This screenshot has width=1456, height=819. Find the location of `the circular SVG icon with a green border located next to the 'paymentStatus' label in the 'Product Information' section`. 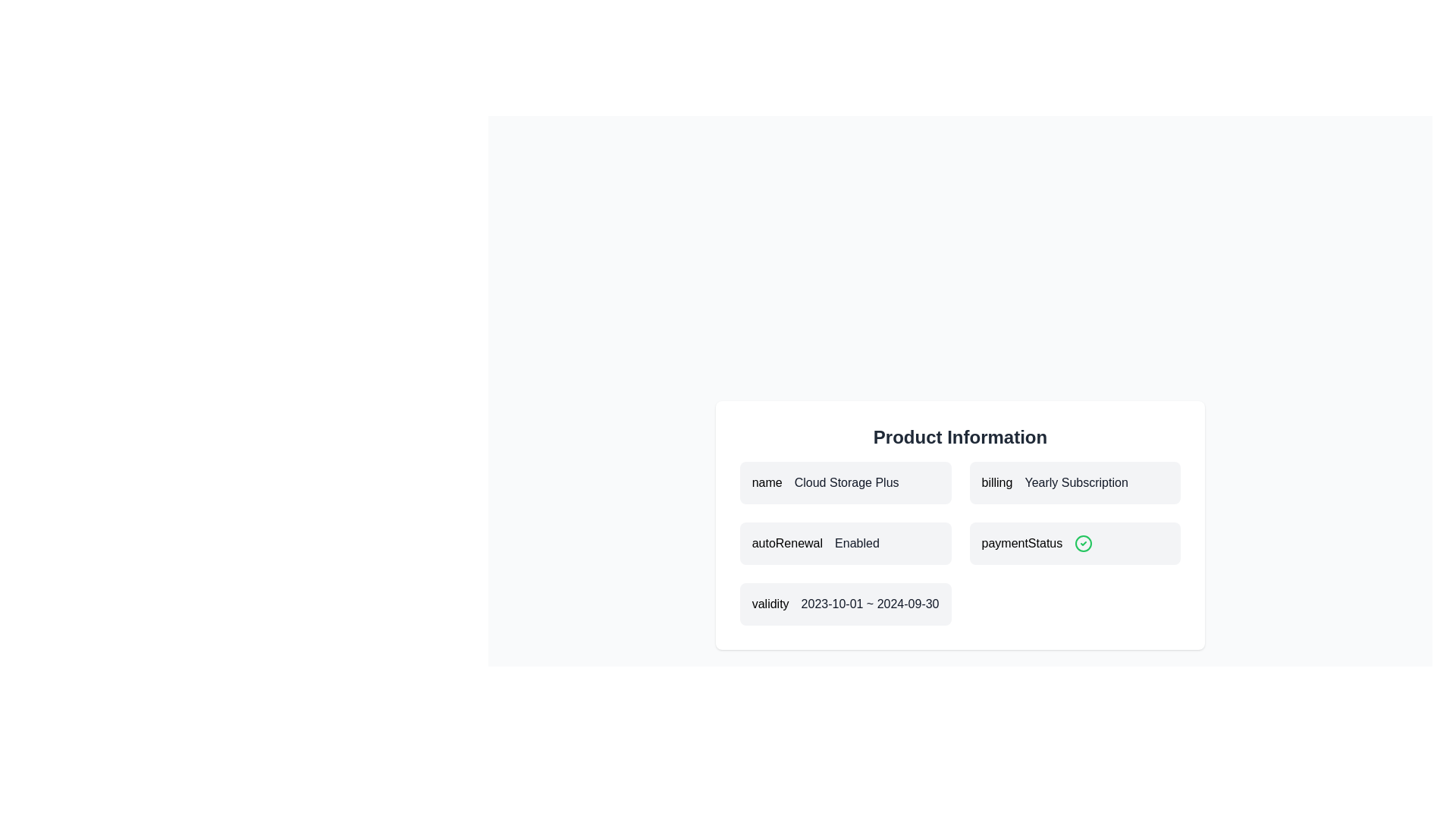

the circular SVG icon with a green border located next to the 'paymentStatus' label in the 'Product Information' section is located at coordinates (1083, 543).